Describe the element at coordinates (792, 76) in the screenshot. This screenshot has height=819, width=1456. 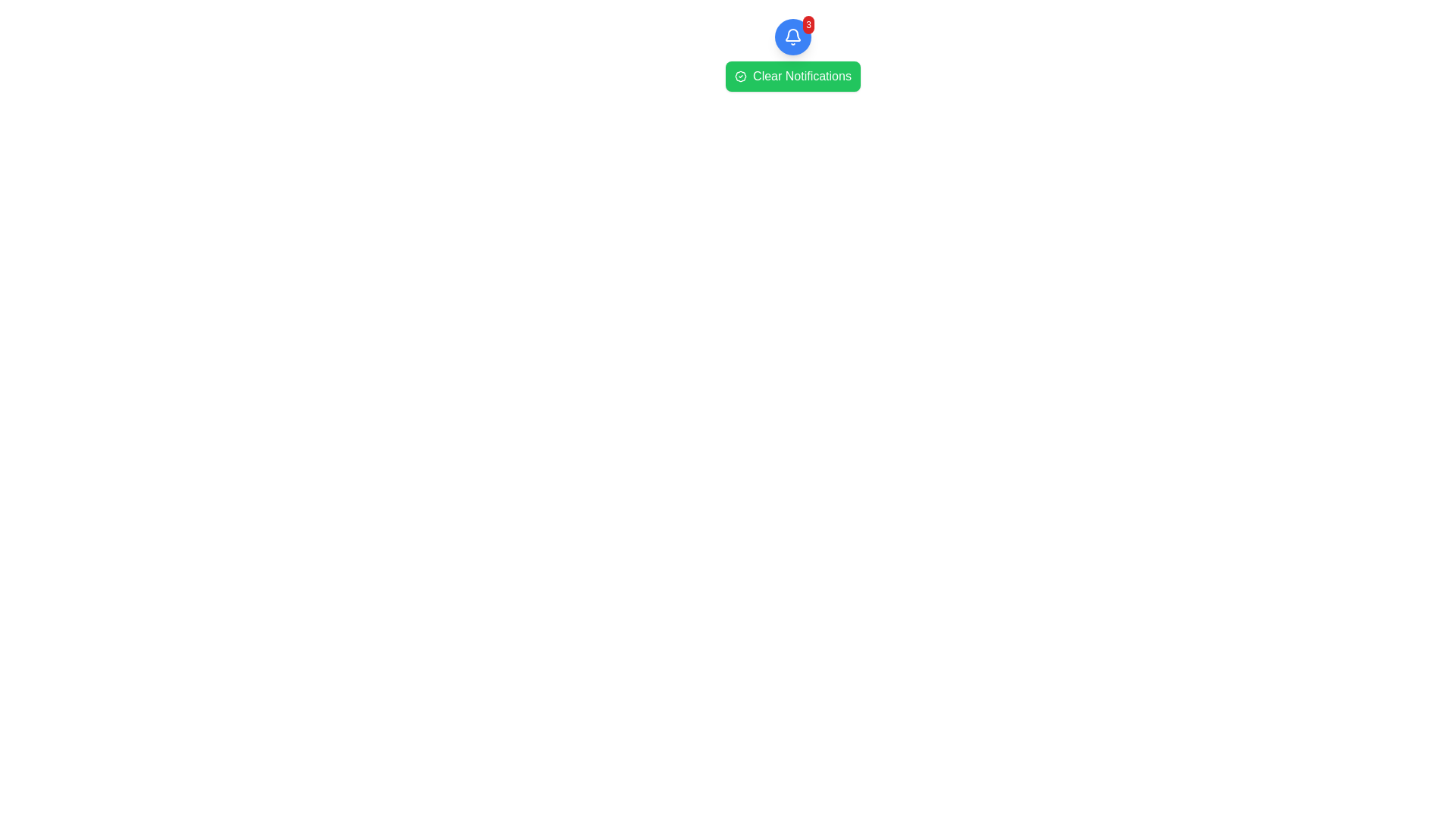
I see `the 'Clear Notifications' button, which has a green background and white text, located beneath the notification icon counter` at that location.